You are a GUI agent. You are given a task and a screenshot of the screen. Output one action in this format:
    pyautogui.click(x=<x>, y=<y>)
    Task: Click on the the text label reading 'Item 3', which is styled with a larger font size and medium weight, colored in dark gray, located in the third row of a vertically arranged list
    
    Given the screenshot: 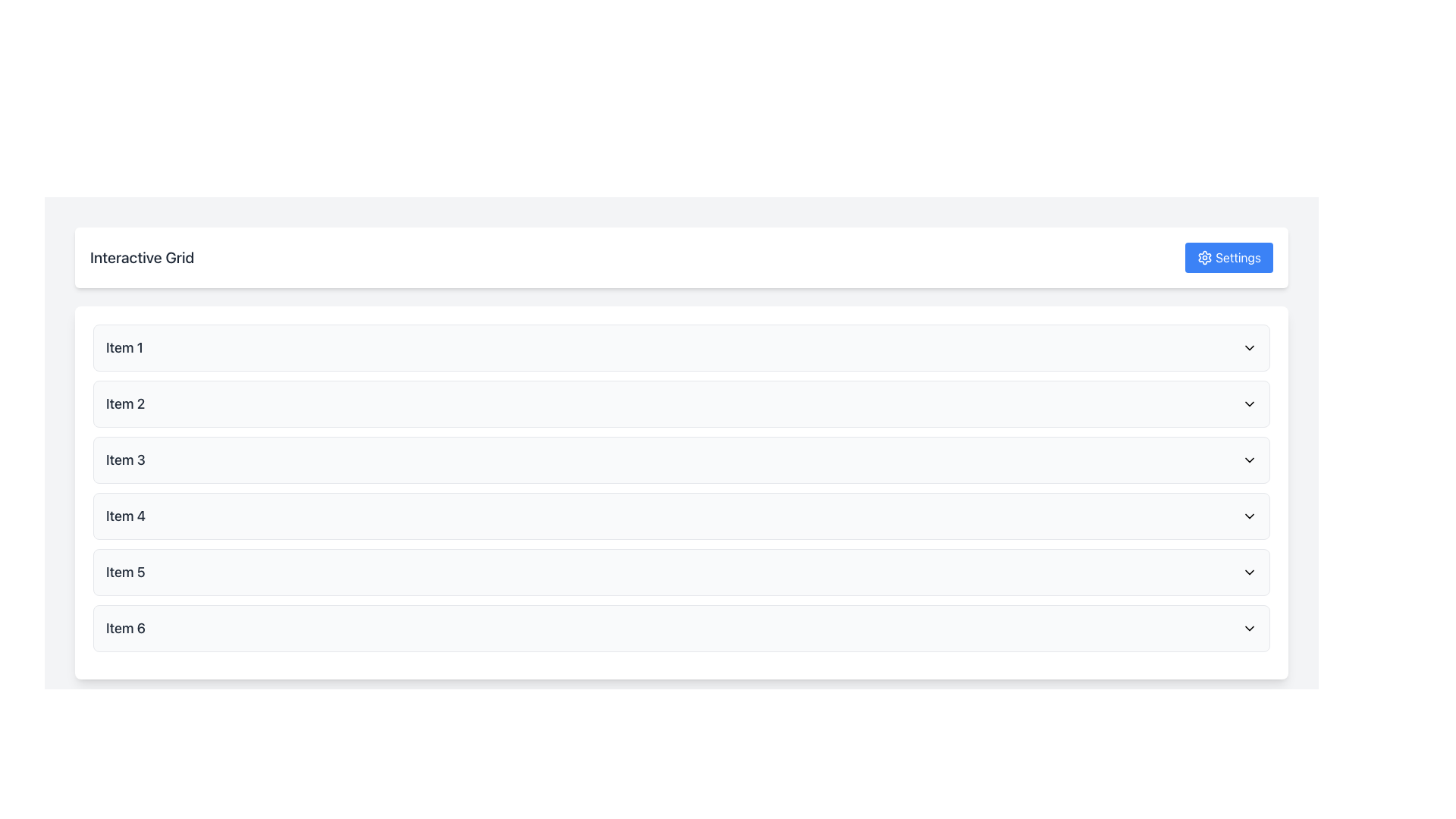 What is the action you would take?
    pyautogui.click(x=125, y=459)
    